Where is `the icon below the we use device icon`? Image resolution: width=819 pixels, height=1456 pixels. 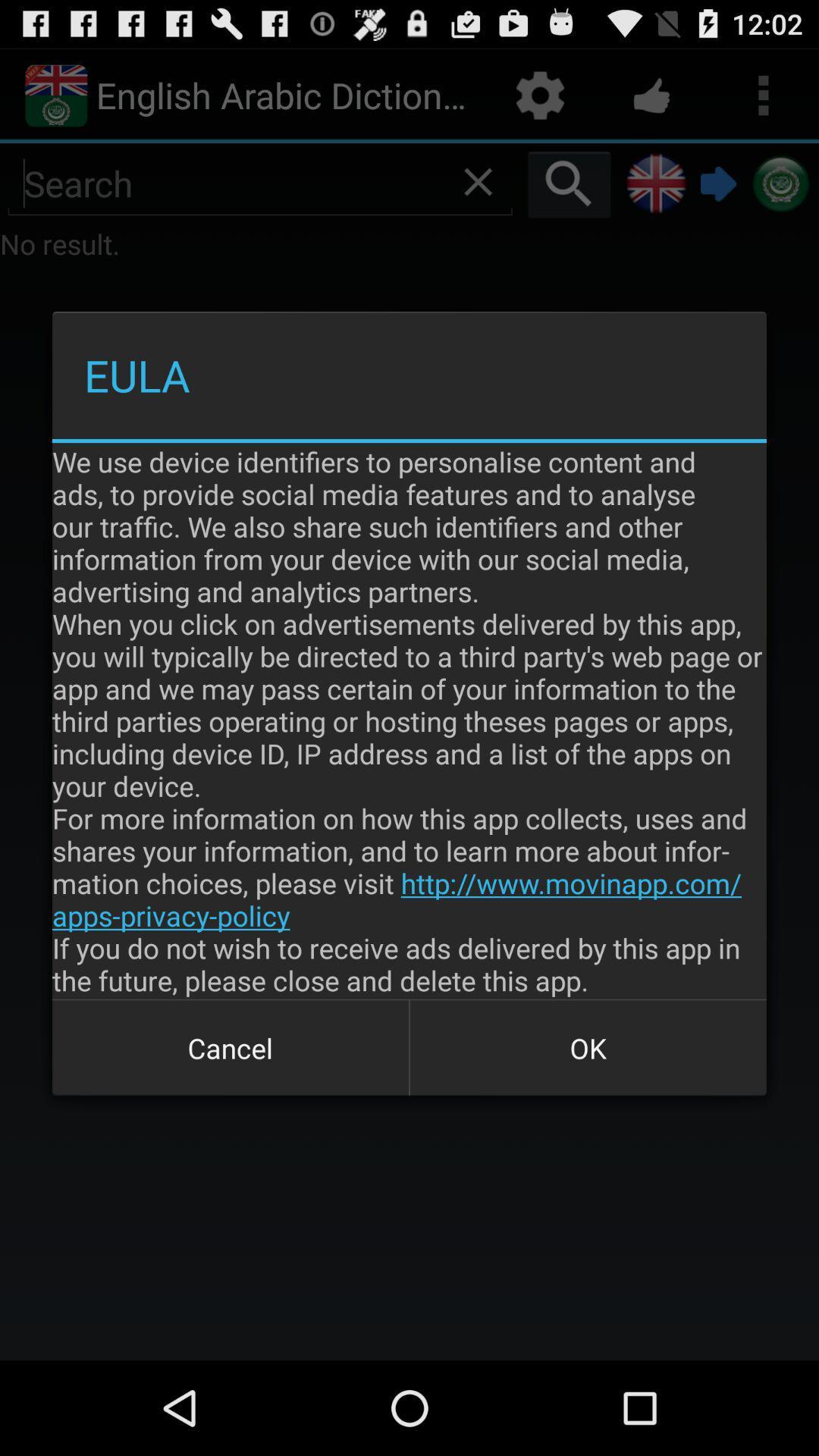
the icon below the we use device icon is located at coordinates (231, 1047).